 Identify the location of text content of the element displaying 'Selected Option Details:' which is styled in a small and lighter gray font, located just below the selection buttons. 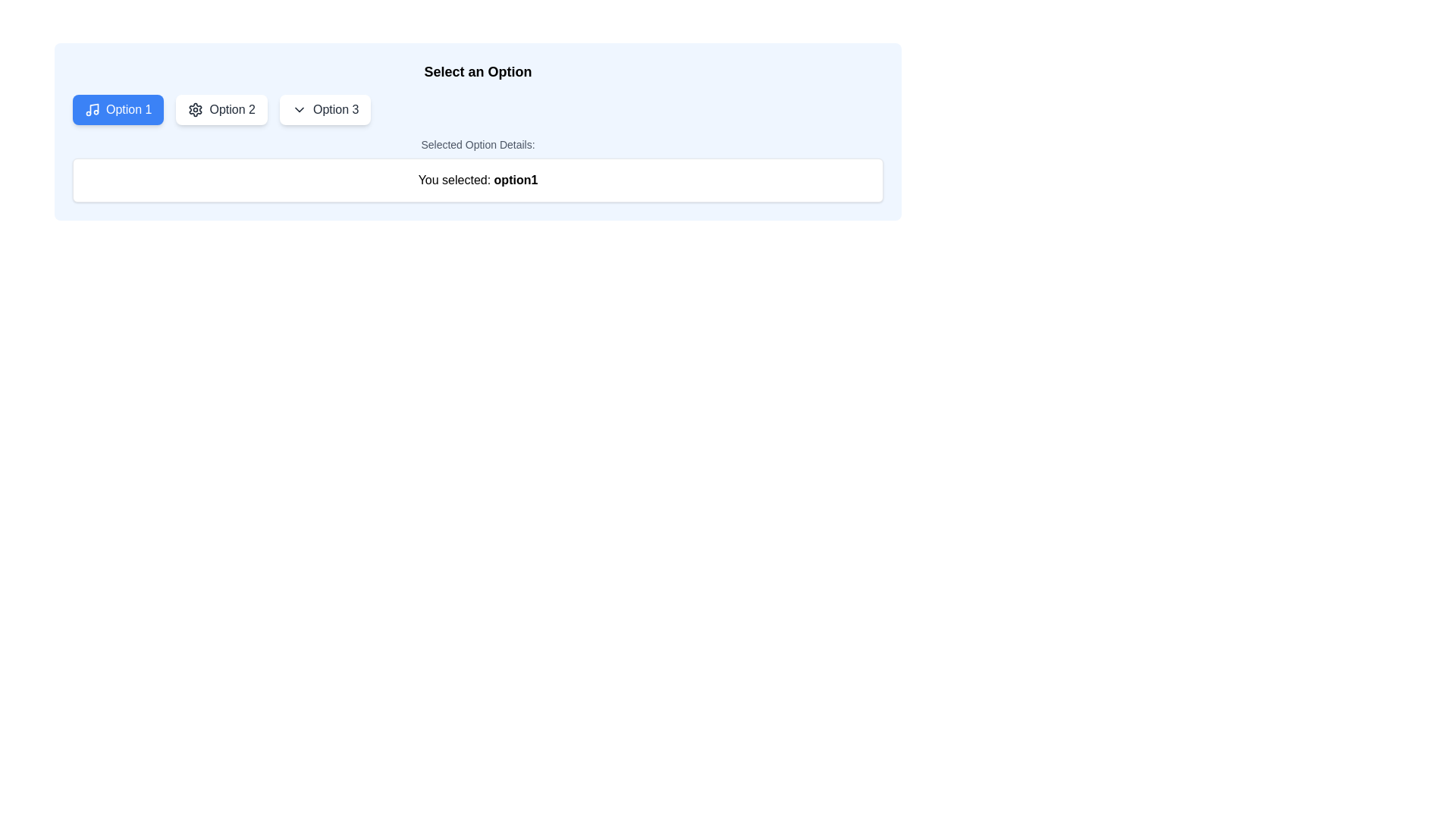
(477, 145).